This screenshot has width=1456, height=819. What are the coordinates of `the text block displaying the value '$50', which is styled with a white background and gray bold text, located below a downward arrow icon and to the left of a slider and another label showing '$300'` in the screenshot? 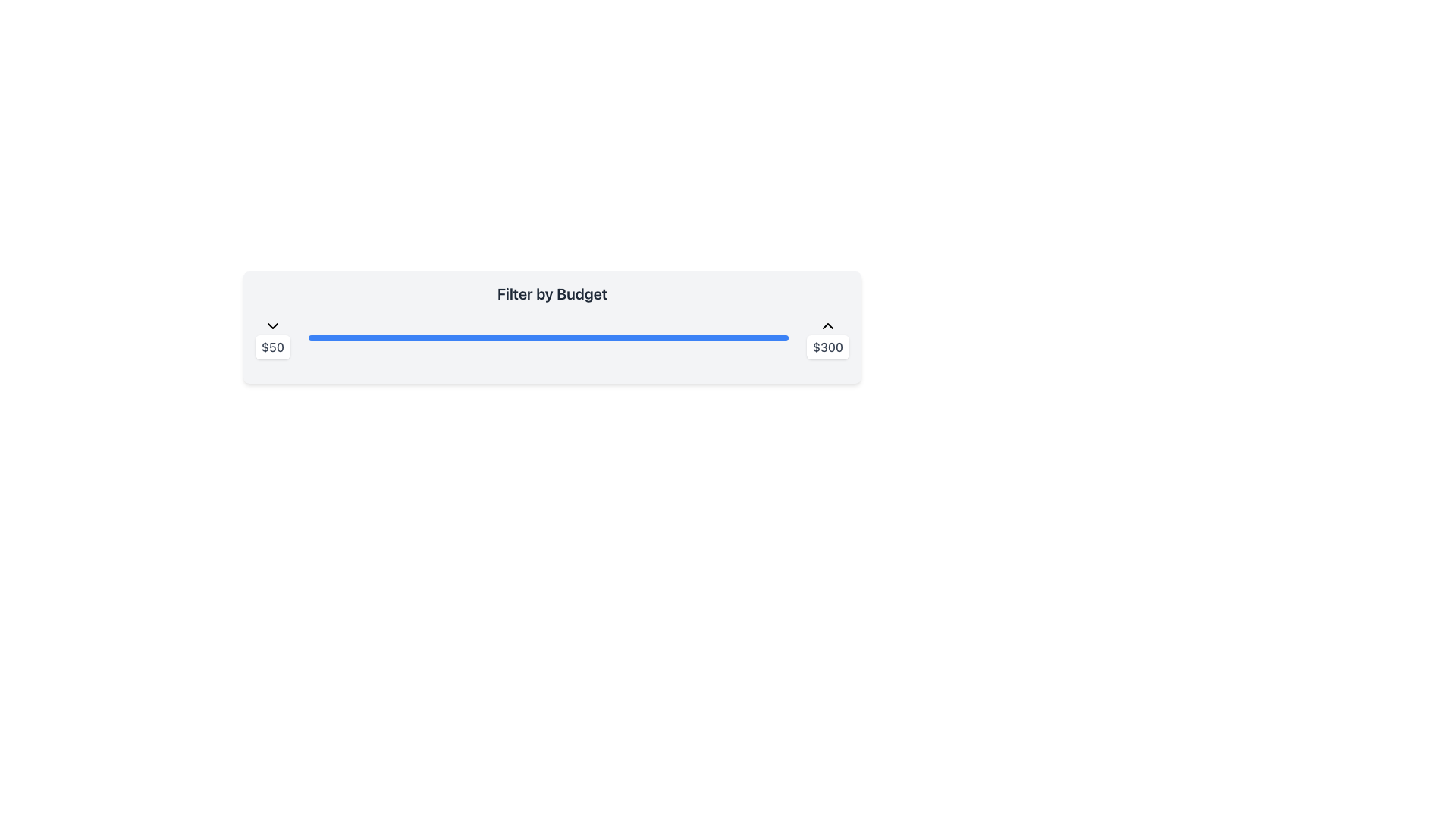 It's located at (273, 347).